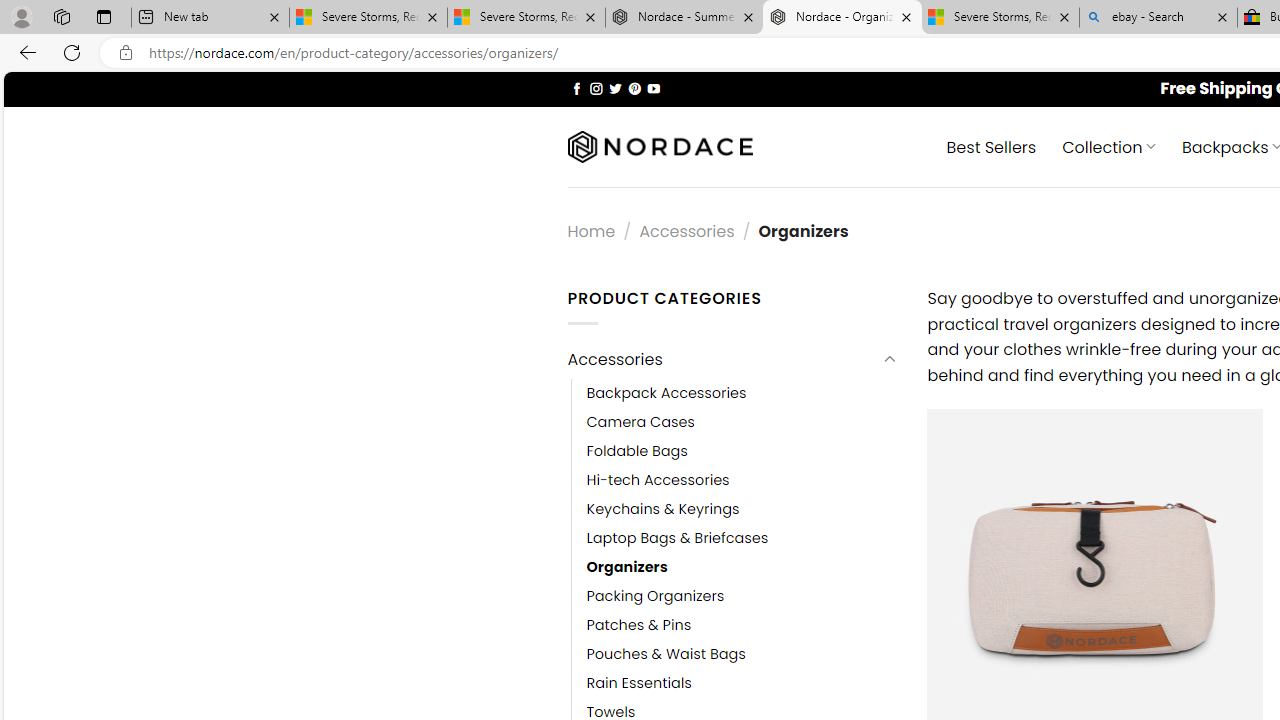 The height and width of the screenshot is (720, 1280). I want to click on 'Pouches & Waist Bags', so click(666, 655).